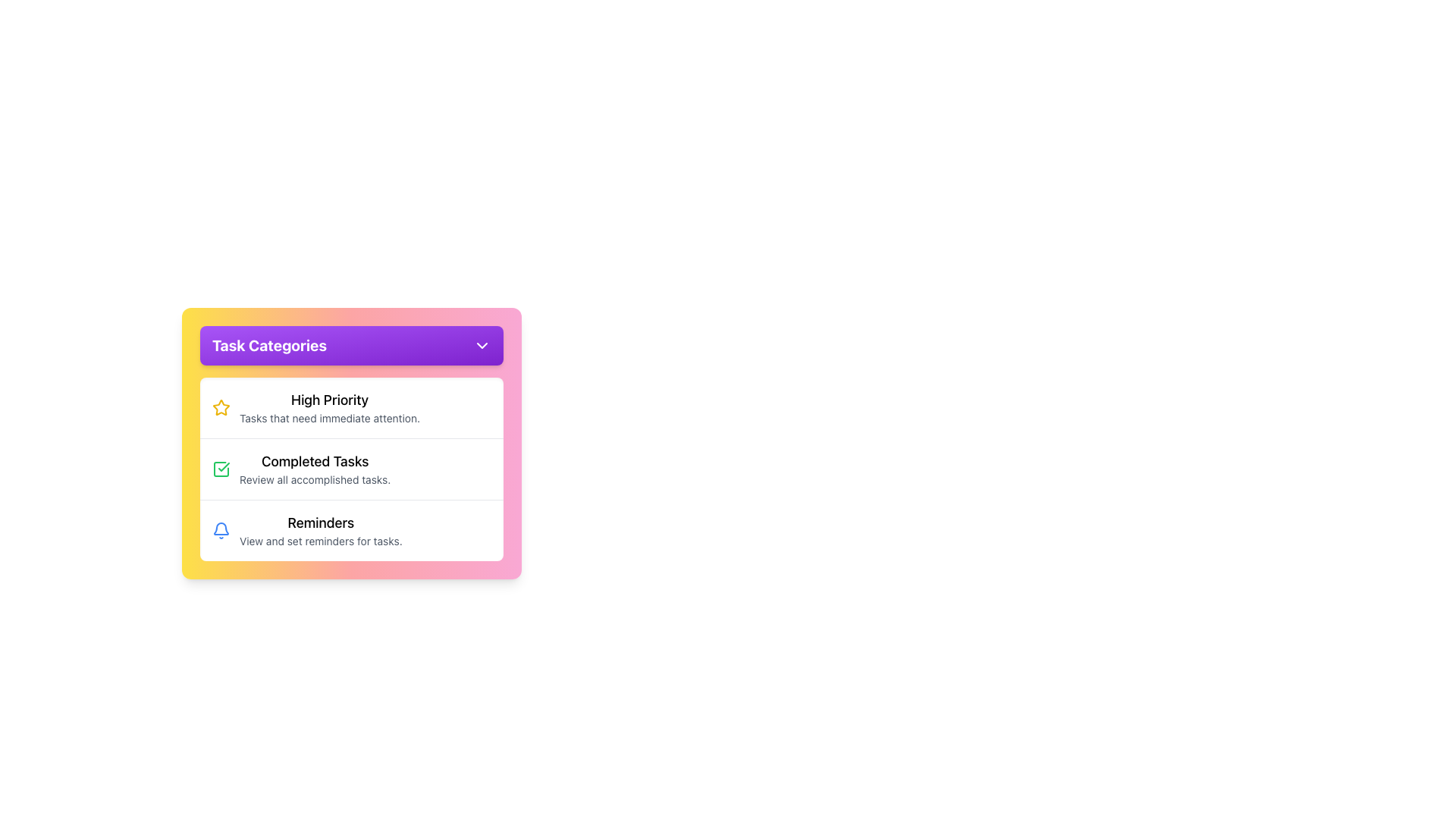  Describe the element at coordinates (351, 529) in the screenshot. I see `the List item that represents the reminders feature, located at the bottom of the 'Task Categories' card, below 'High Priority' and 'Completed Tasks'` at that location.